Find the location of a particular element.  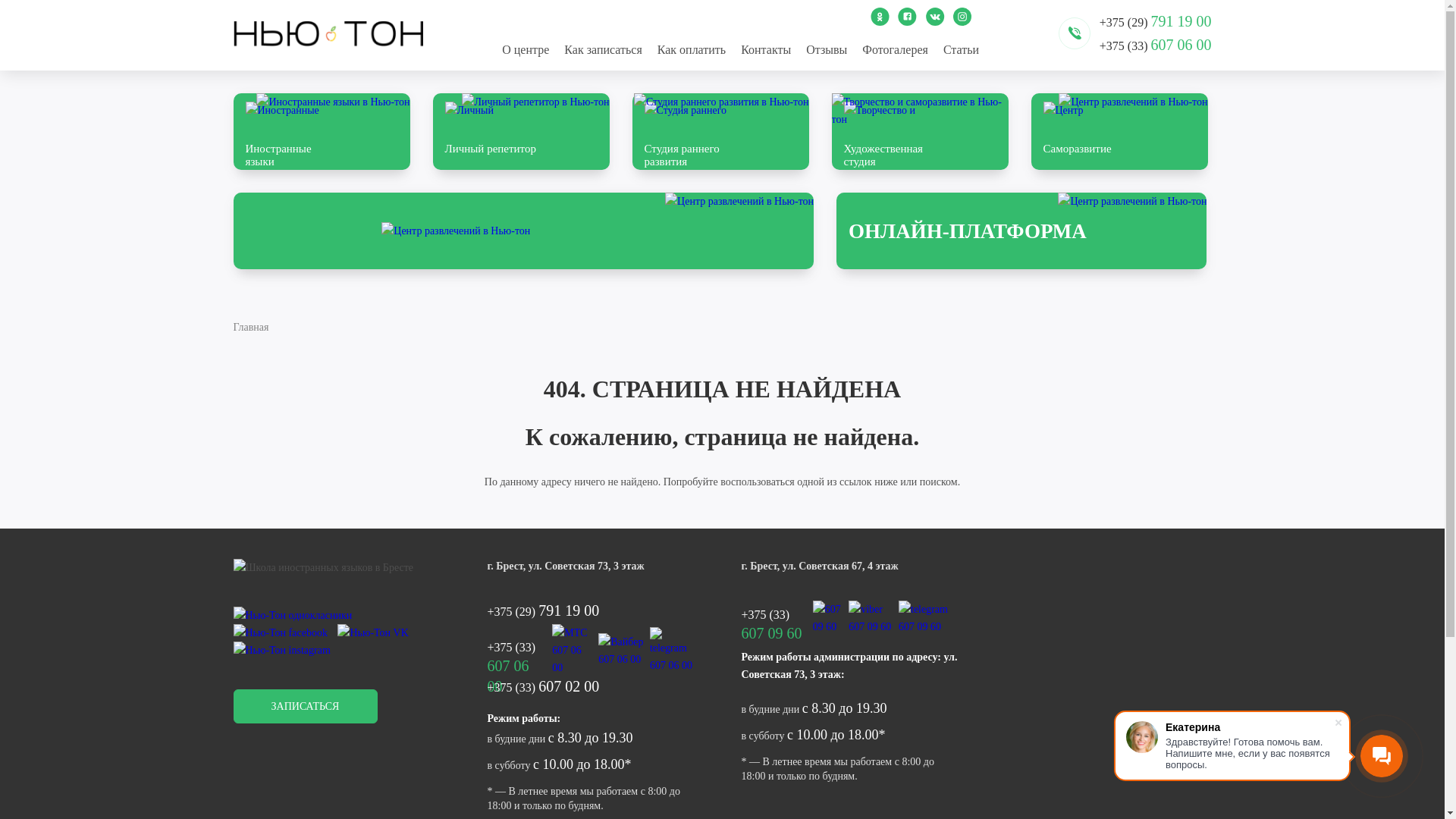

'+375 (33) 607 02 00' is located at coordinates (594, 686).